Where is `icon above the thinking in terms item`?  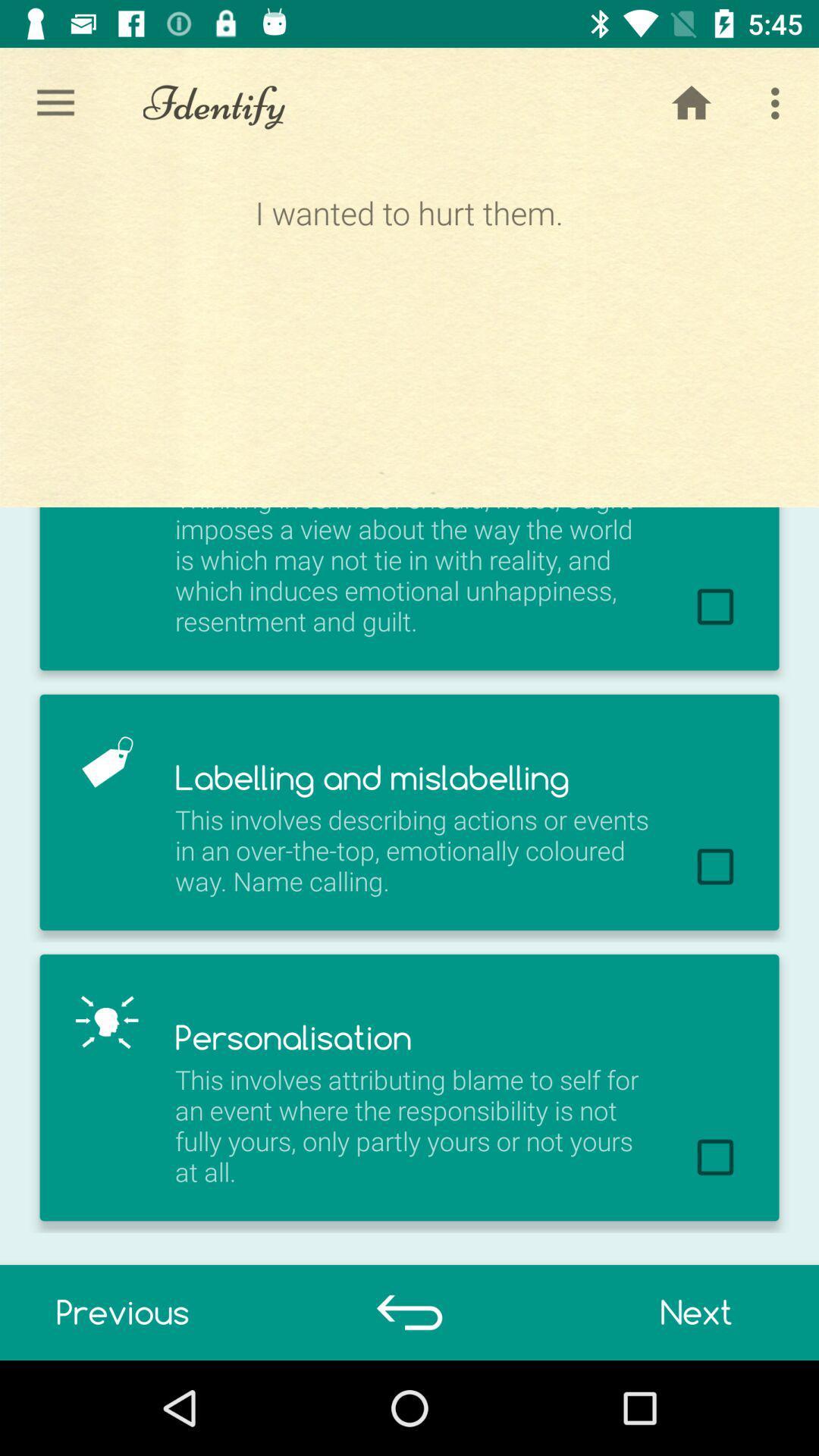
icon above the thinking in terms item is located at coordinates (691, 102).